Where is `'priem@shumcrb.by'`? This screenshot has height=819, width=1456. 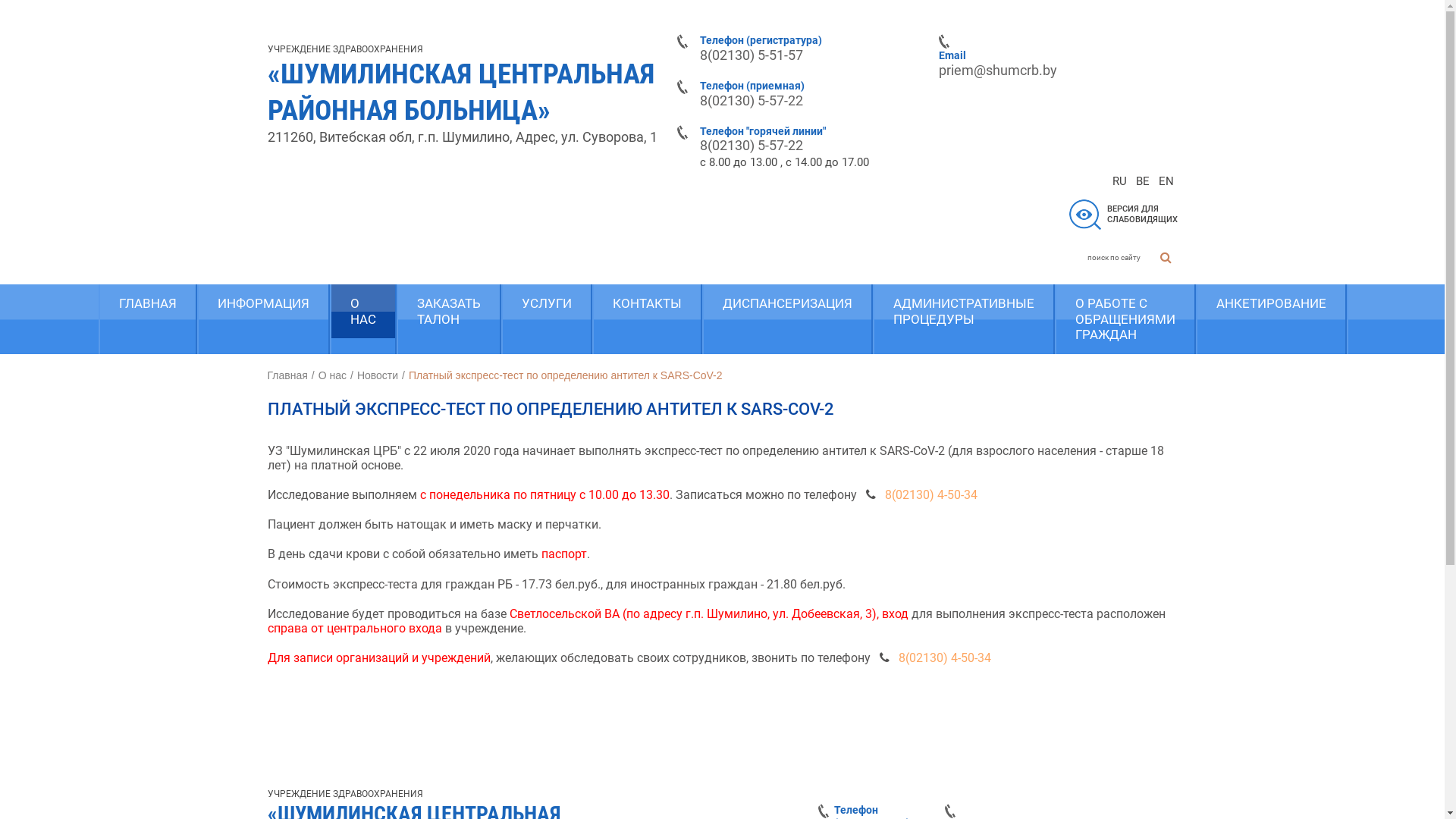
'priem@shumcrb.by' is located at coordinates (997, 70).